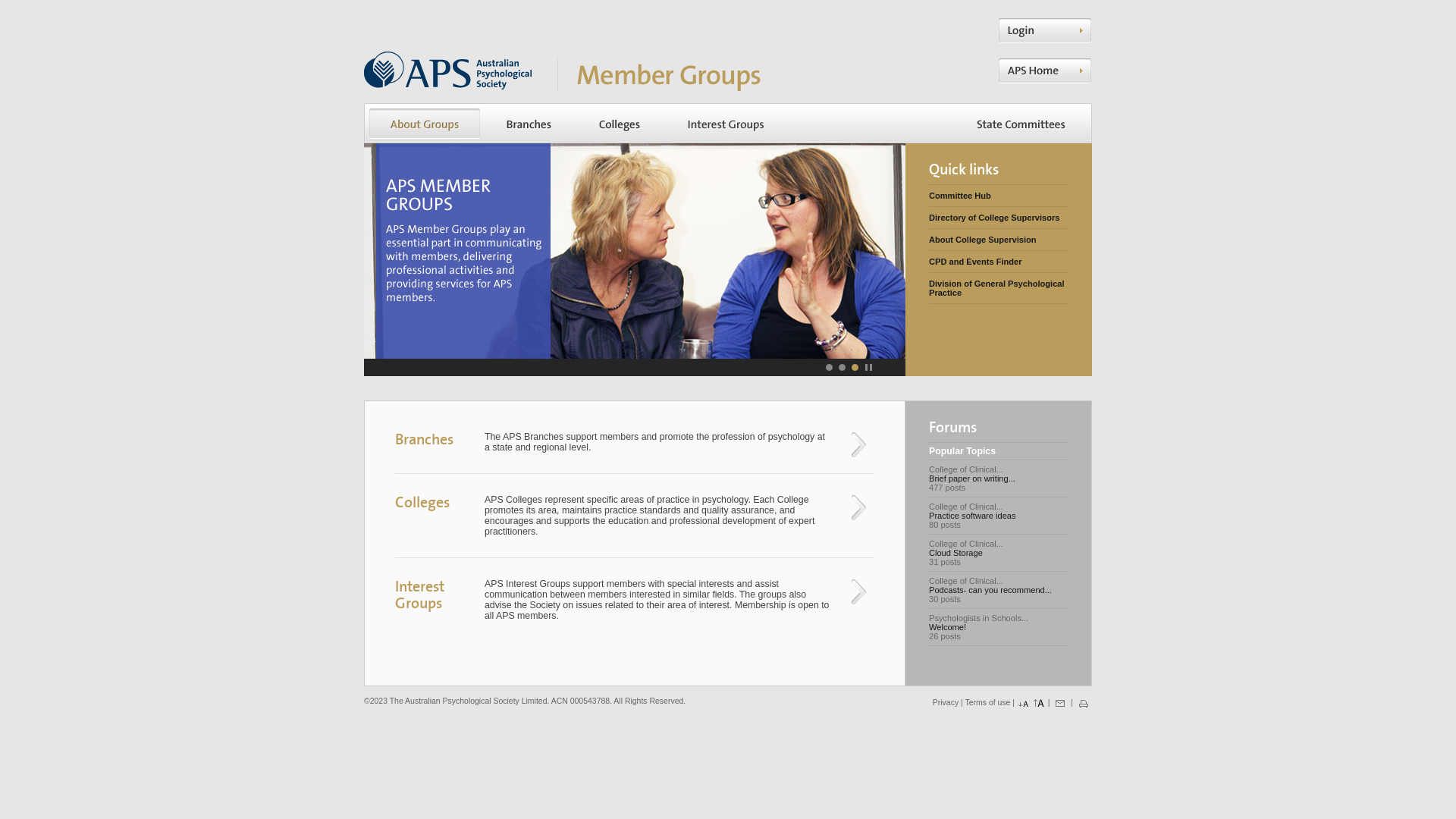  Describe the element at coordinates (927, 260) in the screenshot. I see `'CPD and Events Finder'` at that location.